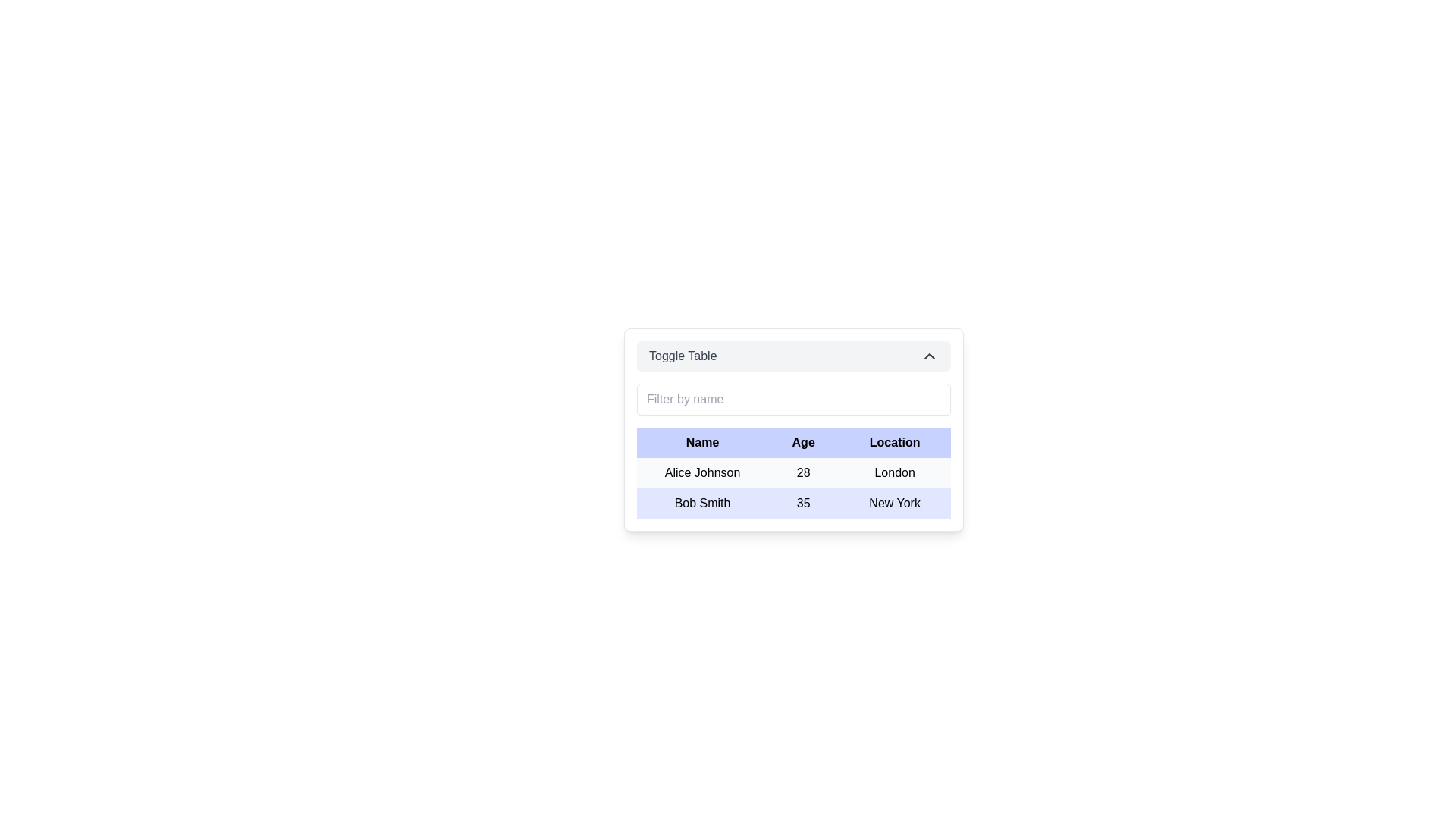  I want to click on second row of the table displaying user information, which contains 'Bob Smith', '35', and 'New York', by clicking on it, so click(792, 503).